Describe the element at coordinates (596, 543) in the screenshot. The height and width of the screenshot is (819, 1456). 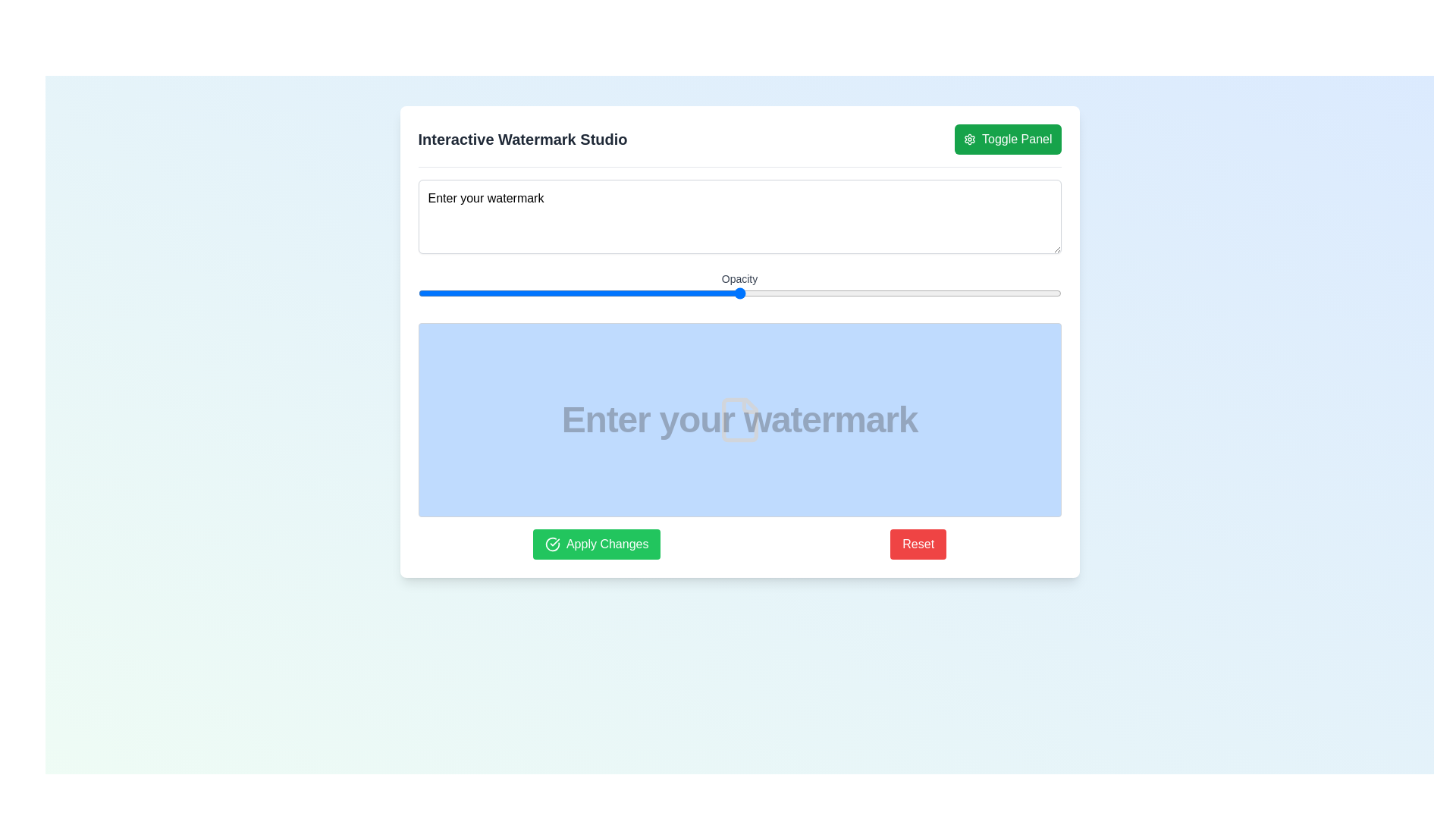
I see `the 'Apply Changes' button, which is the leftmost button of two at the bottom of the interface, to confirm and apply modifications made within the interactive tool` at that location.